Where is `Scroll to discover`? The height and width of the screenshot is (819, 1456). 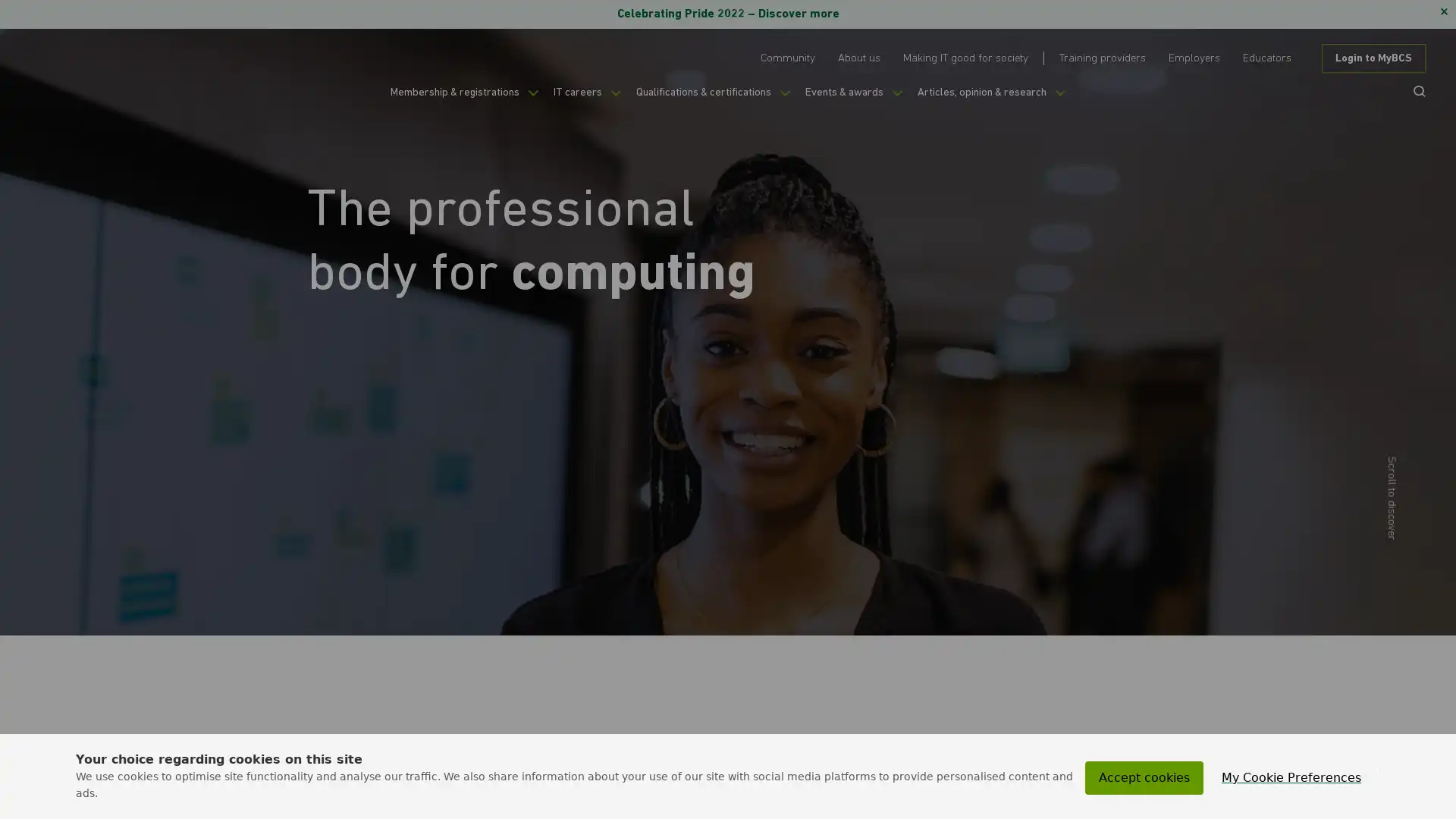 Scroll to discover is located at coordinates (1087, 497).